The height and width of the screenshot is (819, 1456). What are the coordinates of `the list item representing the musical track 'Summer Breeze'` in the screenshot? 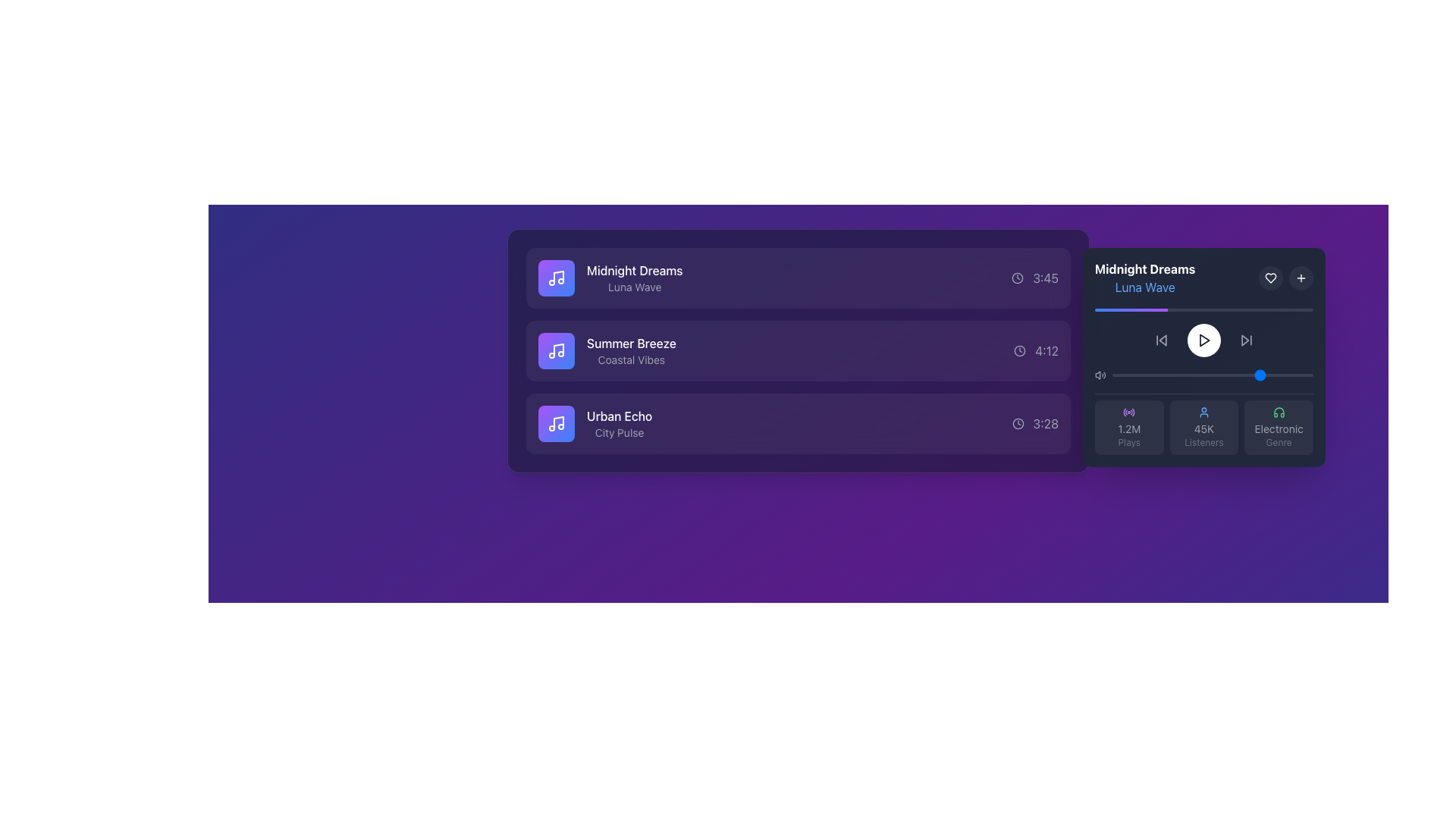 It's located at (797, 350).